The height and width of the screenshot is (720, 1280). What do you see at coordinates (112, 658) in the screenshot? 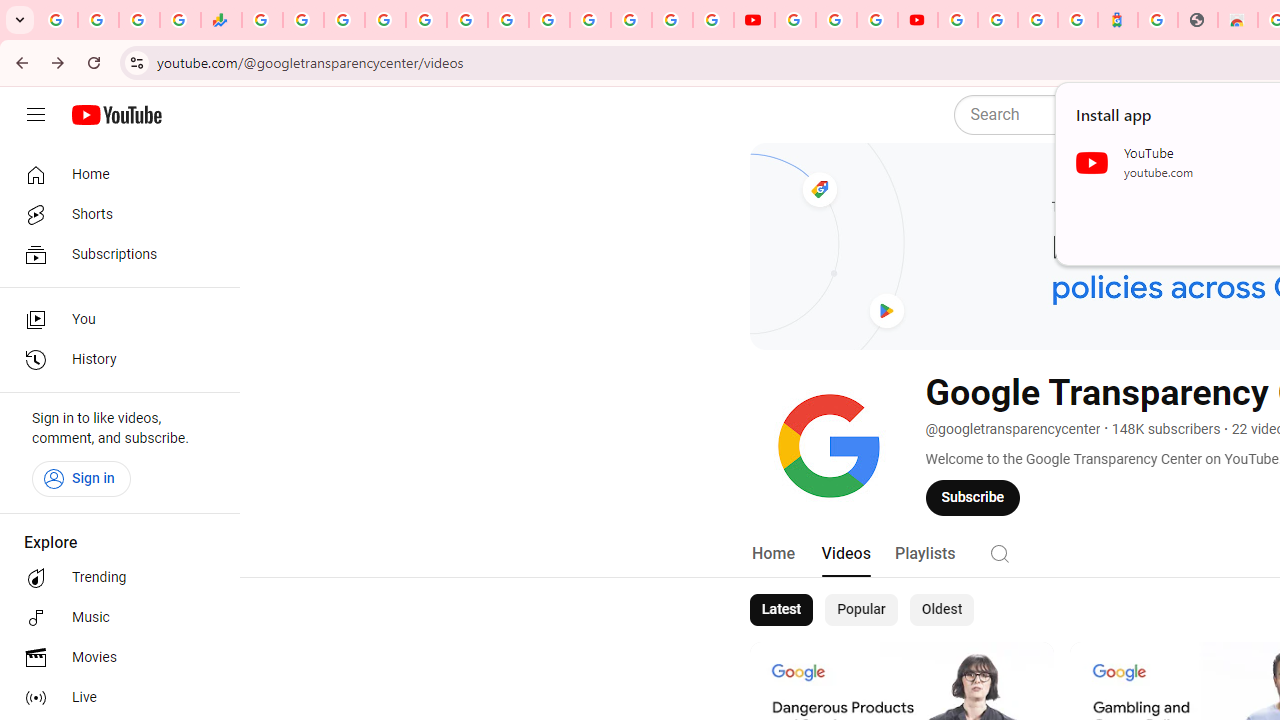
I see `'Movies'` at bounding box center [112, 658].